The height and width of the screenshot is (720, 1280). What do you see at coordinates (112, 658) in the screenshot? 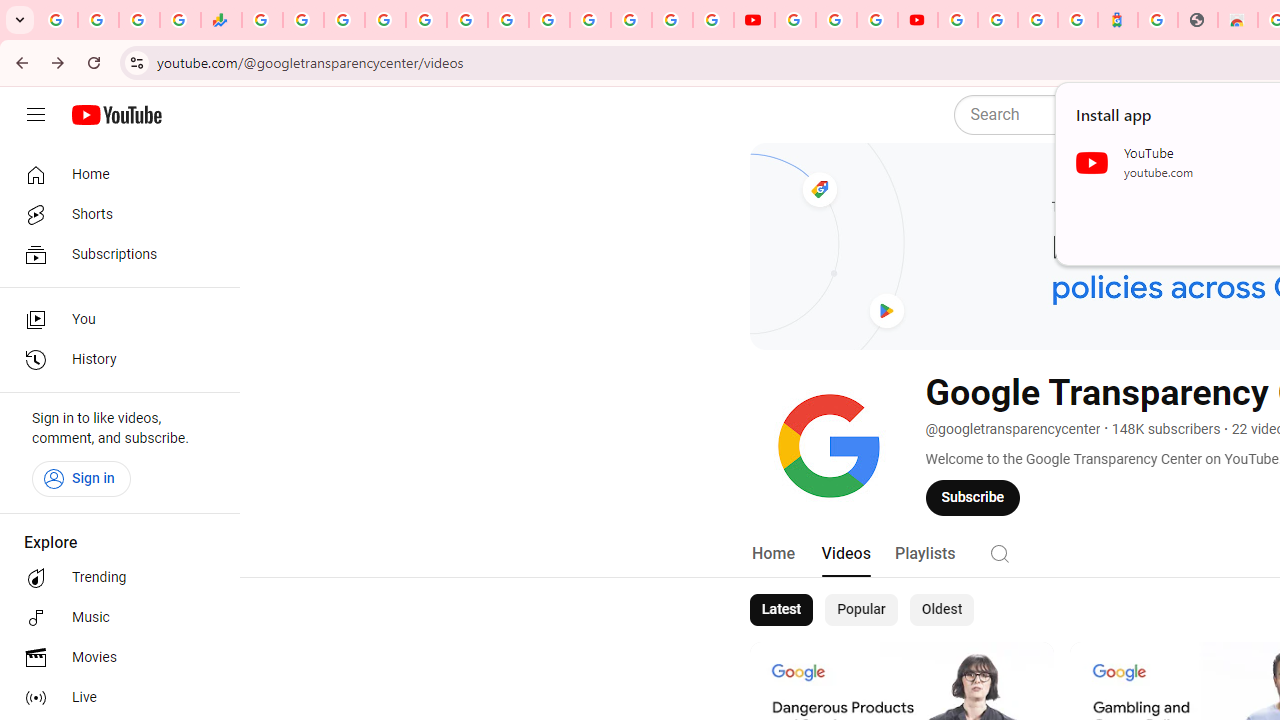
I see `'Movies'` at bounding box center [112, 658].